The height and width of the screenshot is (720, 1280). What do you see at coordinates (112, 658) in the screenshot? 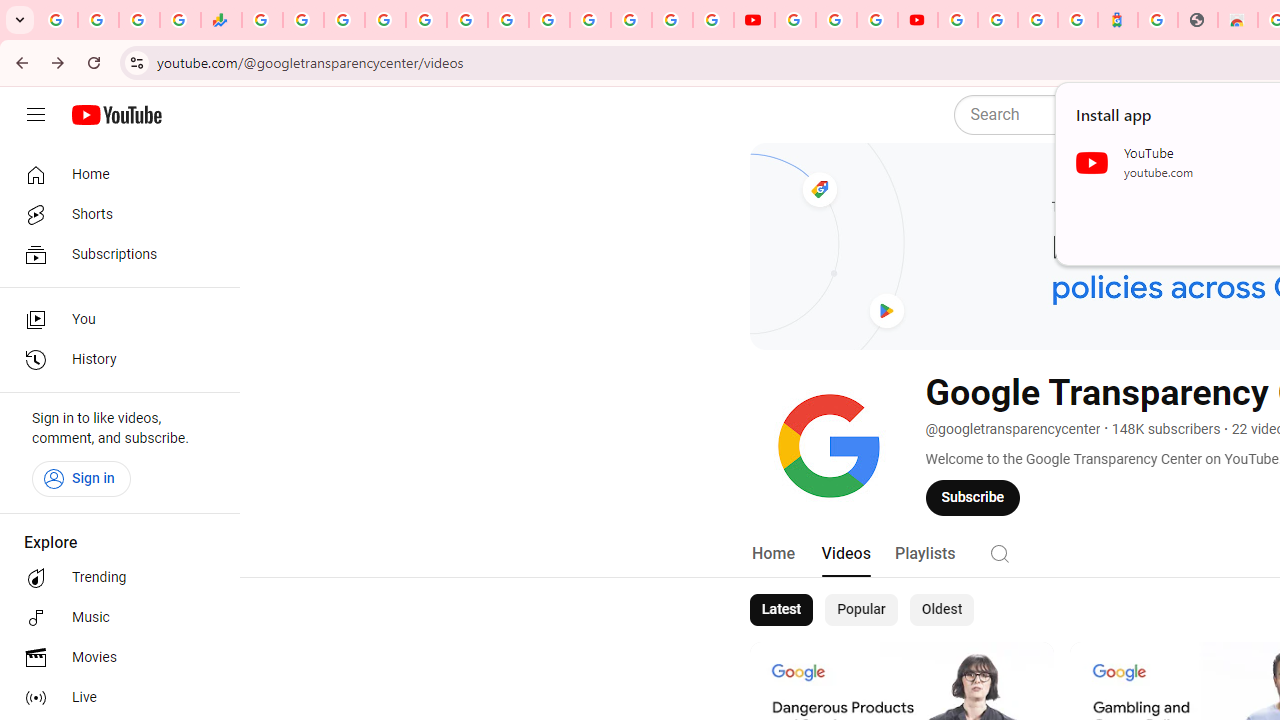
I see `'Movies'` at bounding box center [112, 658].